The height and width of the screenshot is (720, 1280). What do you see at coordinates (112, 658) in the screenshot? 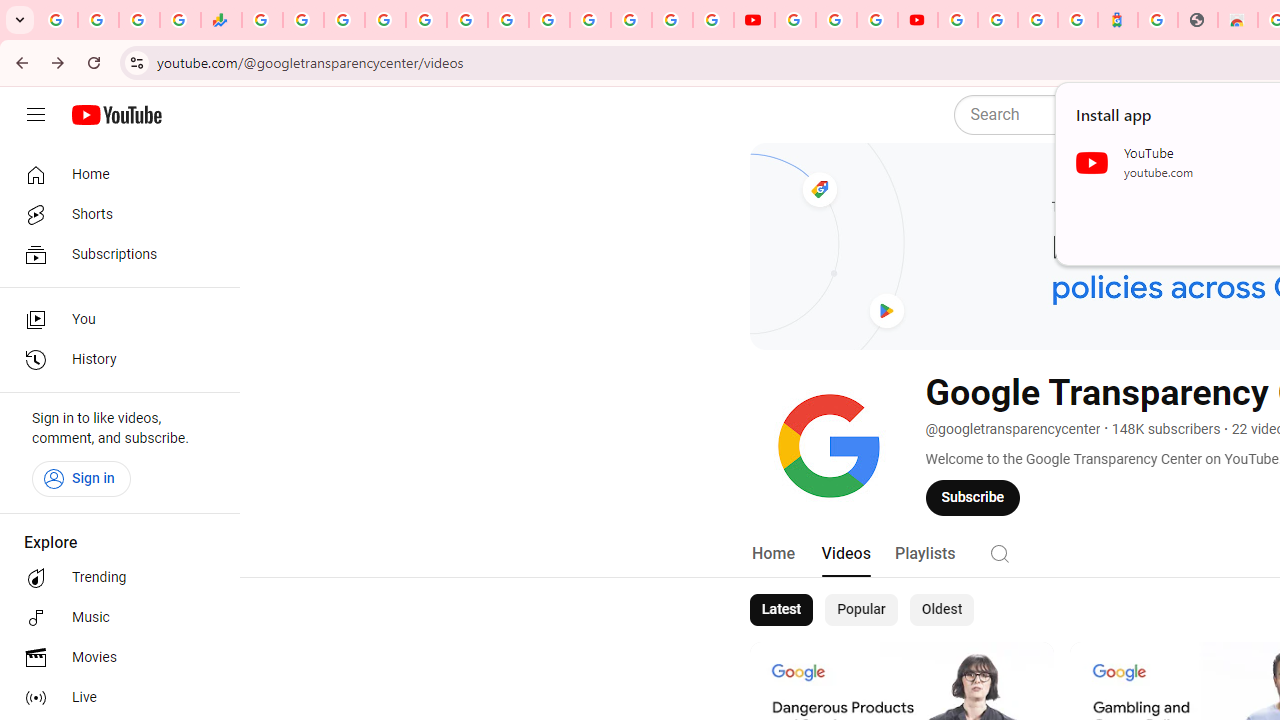
I see `'Movies'` at bounding box center [112, 658].